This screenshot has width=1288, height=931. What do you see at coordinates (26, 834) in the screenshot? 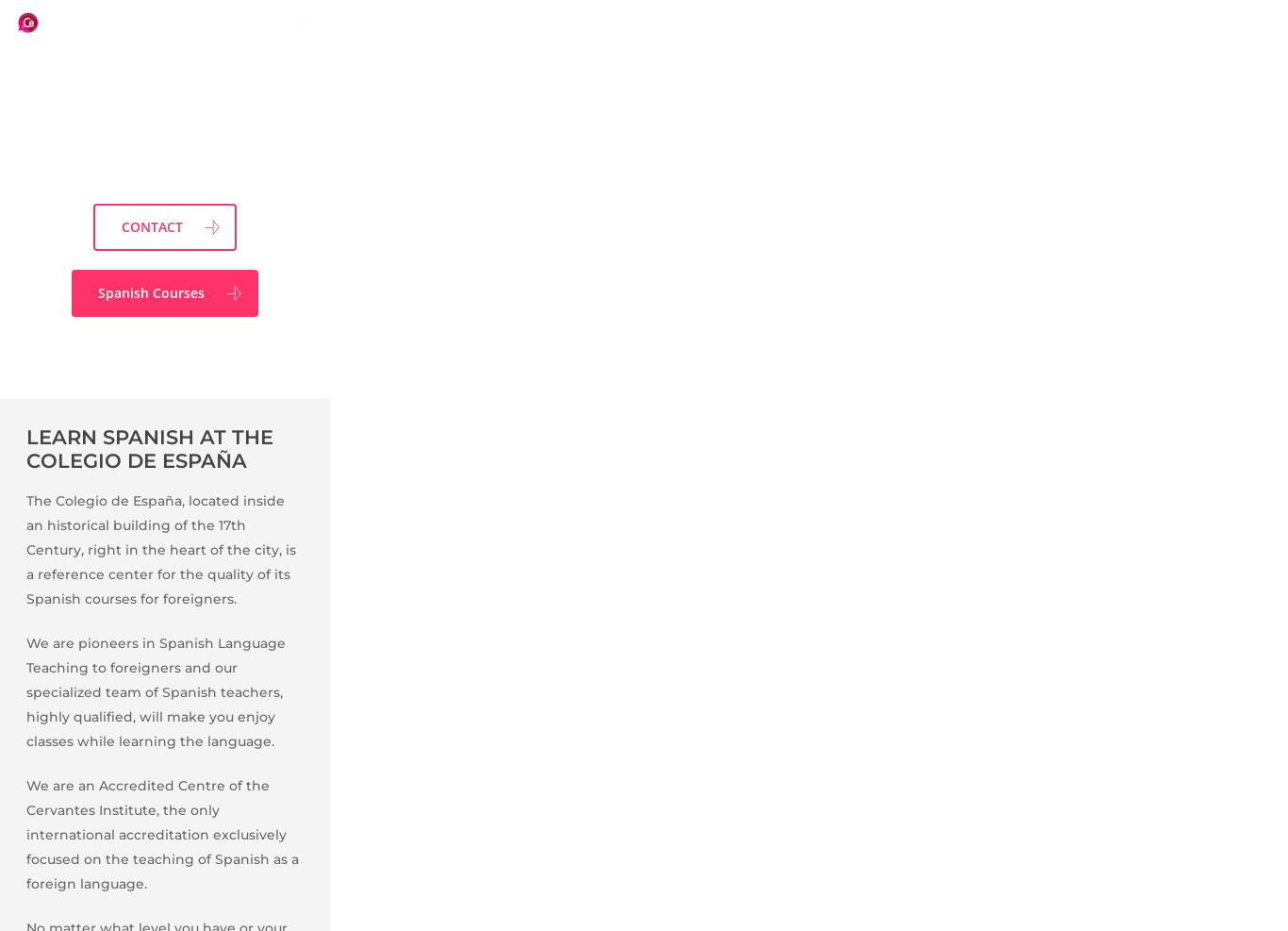
I see `'We are an Accredited Centre of the Cervantes Institute, the only international accreditation exclusively focused on the teaching of Spanish as a foreign language.'` at bounding box center [26, 834].